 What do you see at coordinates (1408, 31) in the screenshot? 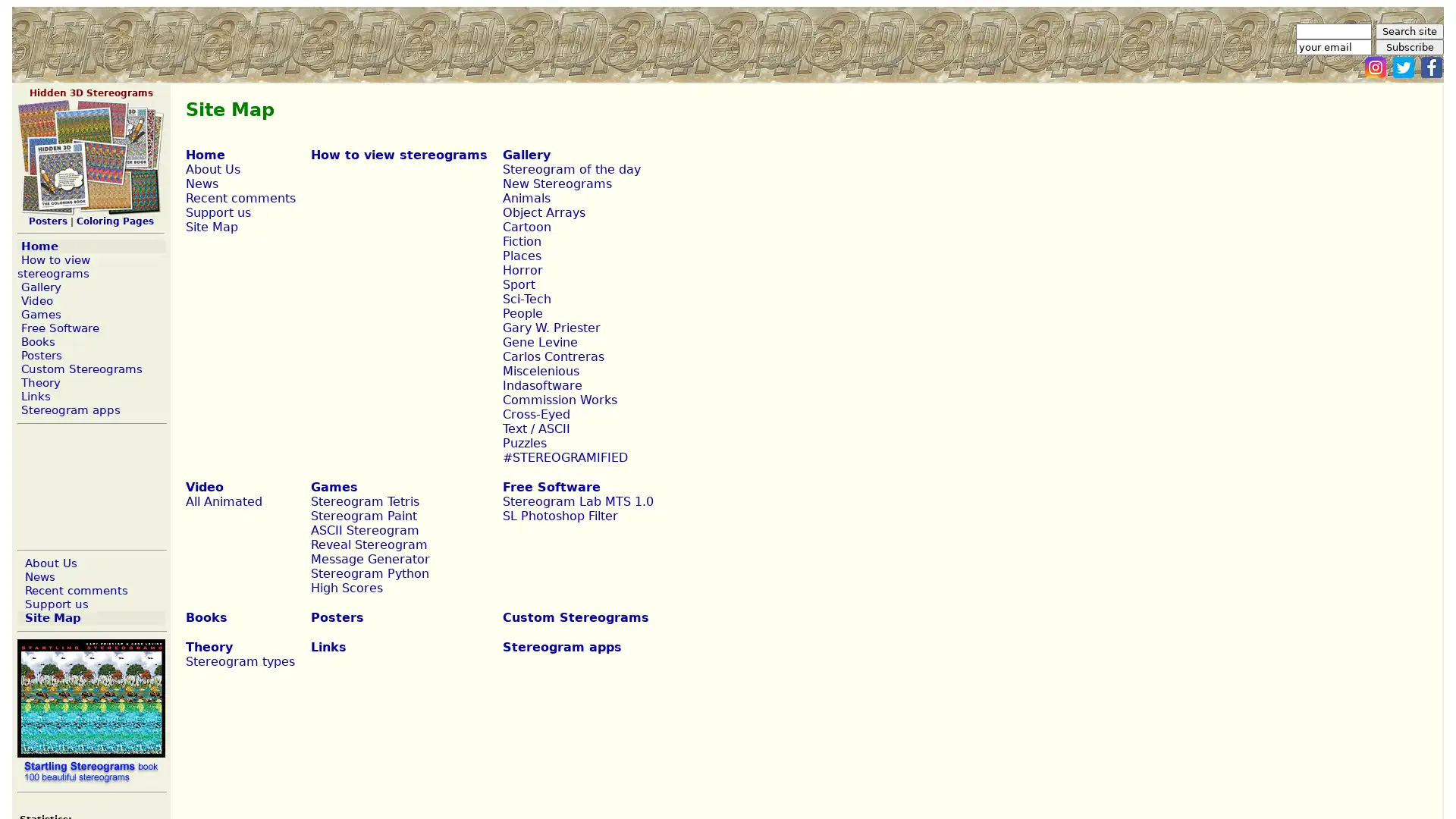
I see `Search site` at bounding box center [1408, 31].